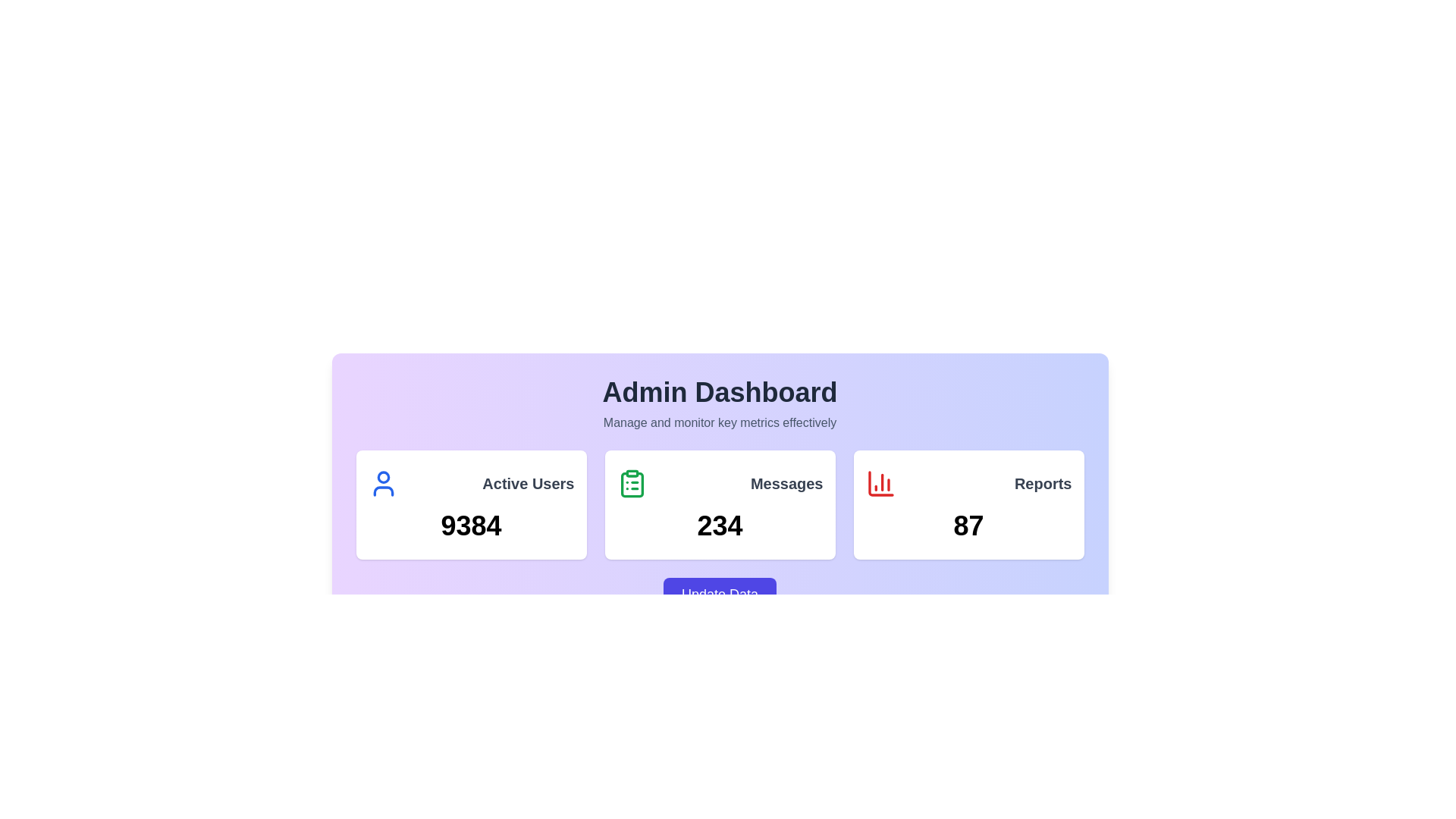 The width and height of the screenshot is (1456, 819). Describe the element at coordinates (383, 476) in the screenshot. I see `the circular SVG element that represents the user icon, located at the top central part of the user icon graphic within the user information card` at that location.